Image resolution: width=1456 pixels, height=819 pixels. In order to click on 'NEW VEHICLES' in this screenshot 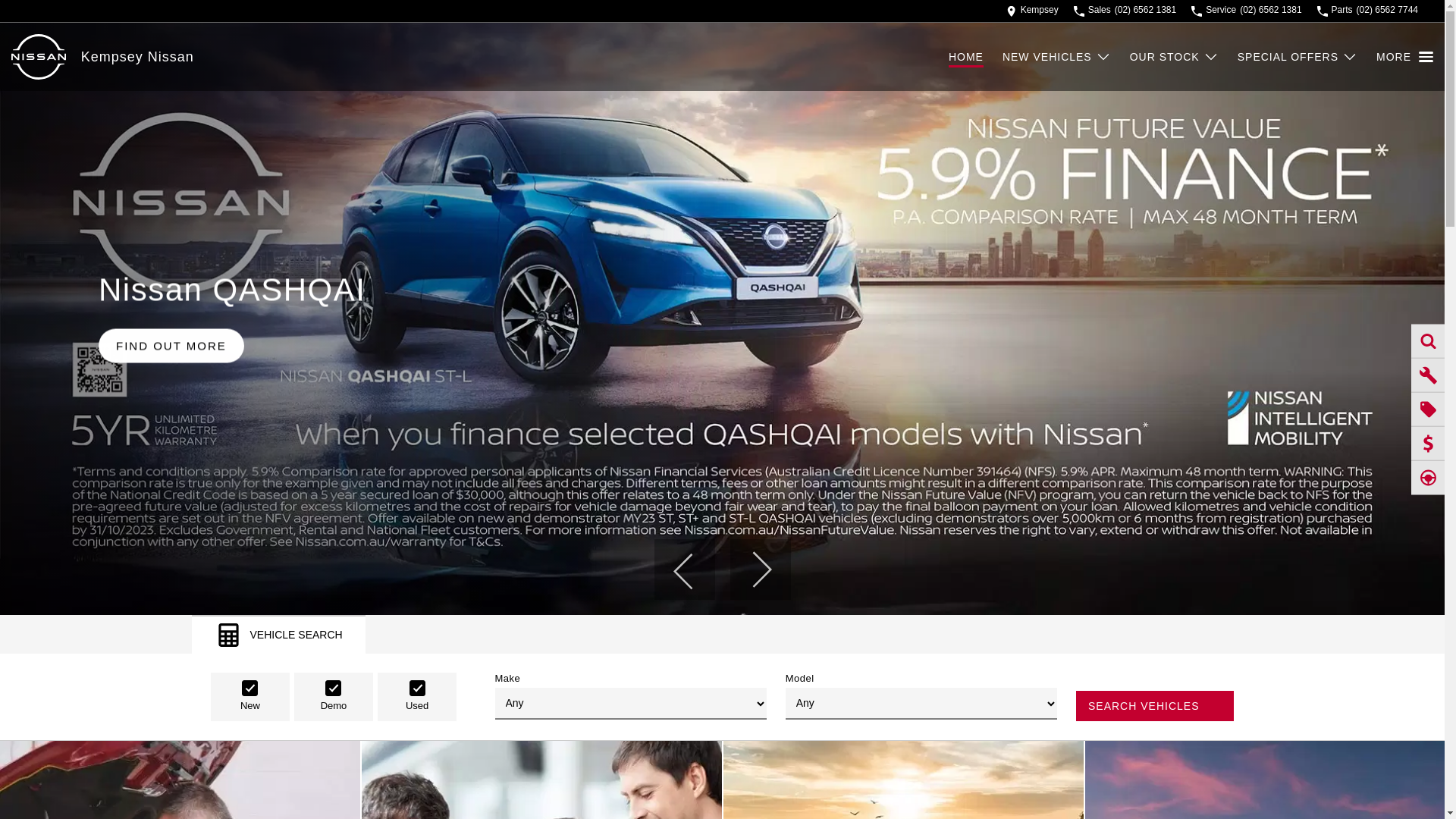, I will do `click(1056, 55)`.